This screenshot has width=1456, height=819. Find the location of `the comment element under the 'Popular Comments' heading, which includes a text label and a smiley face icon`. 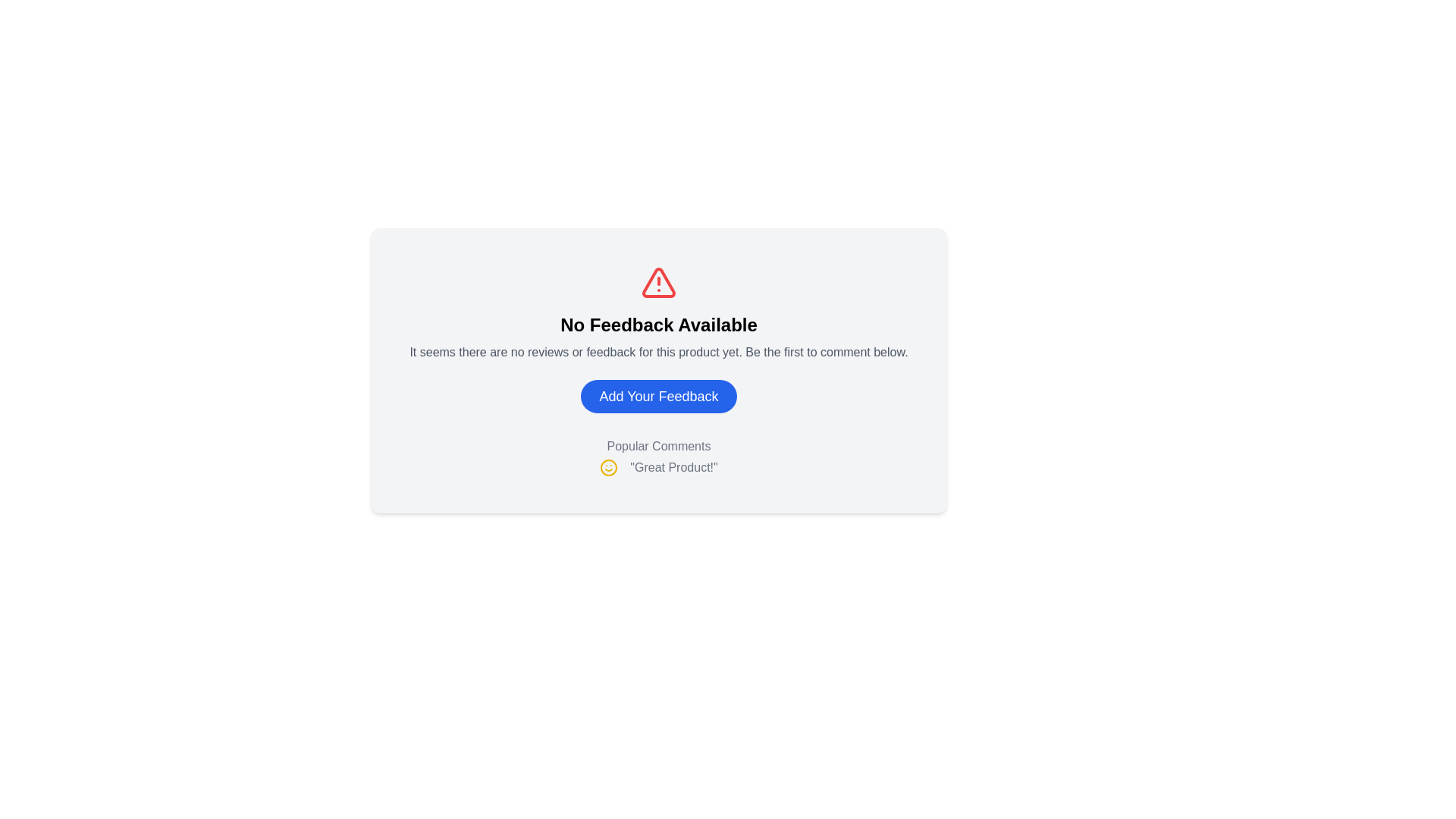

the comment element under the 'Popular Comments' heading, which includes a text label and a smiley face icon is located at coordinates (658, 467).